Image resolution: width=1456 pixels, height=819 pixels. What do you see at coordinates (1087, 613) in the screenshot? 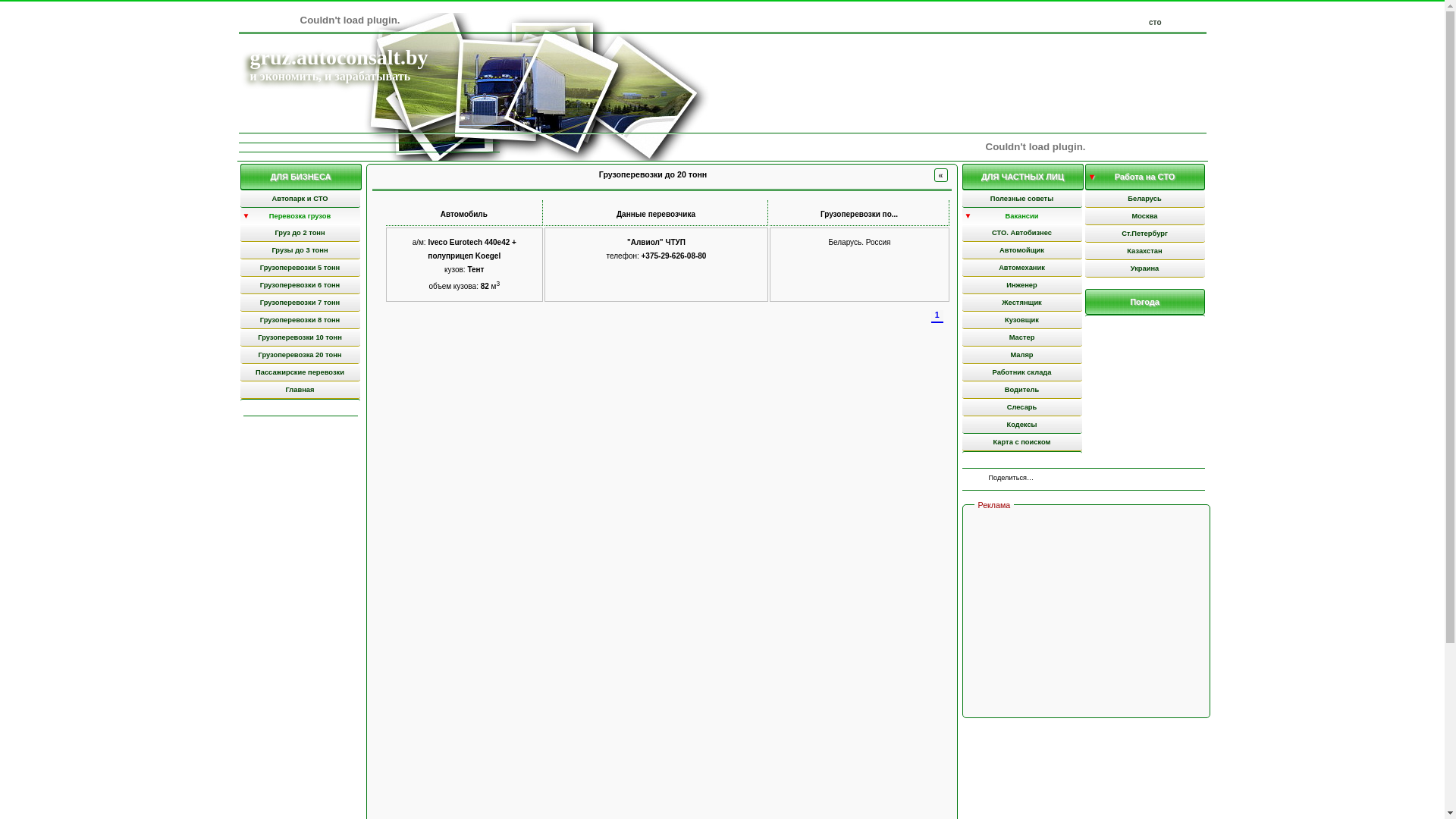
I see `'Advertisement'` at bounding box center [1087, 613].